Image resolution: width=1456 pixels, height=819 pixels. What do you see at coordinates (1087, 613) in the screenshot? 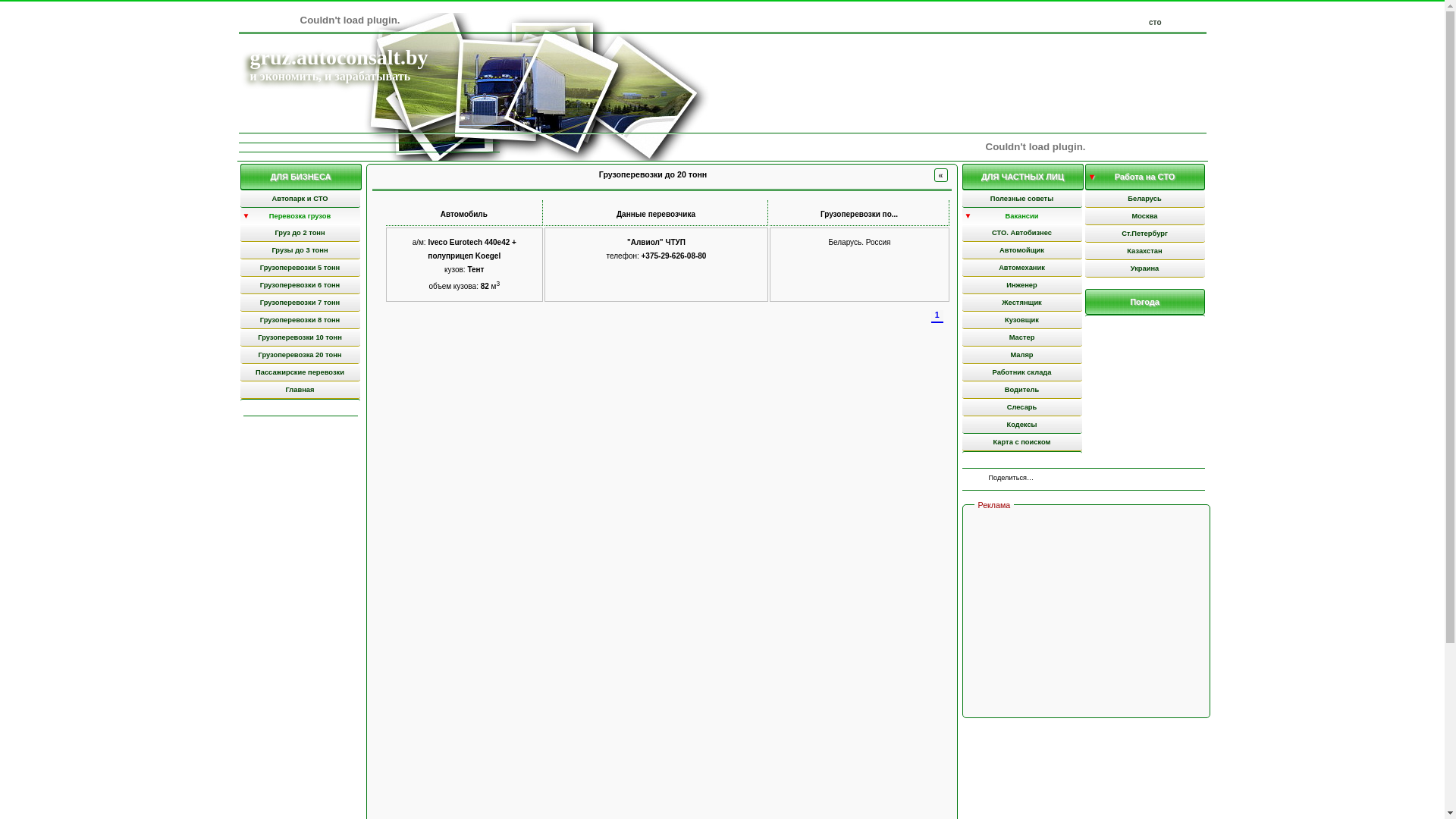
I see `'Advertisement'` at bounding box center [1087, 613].